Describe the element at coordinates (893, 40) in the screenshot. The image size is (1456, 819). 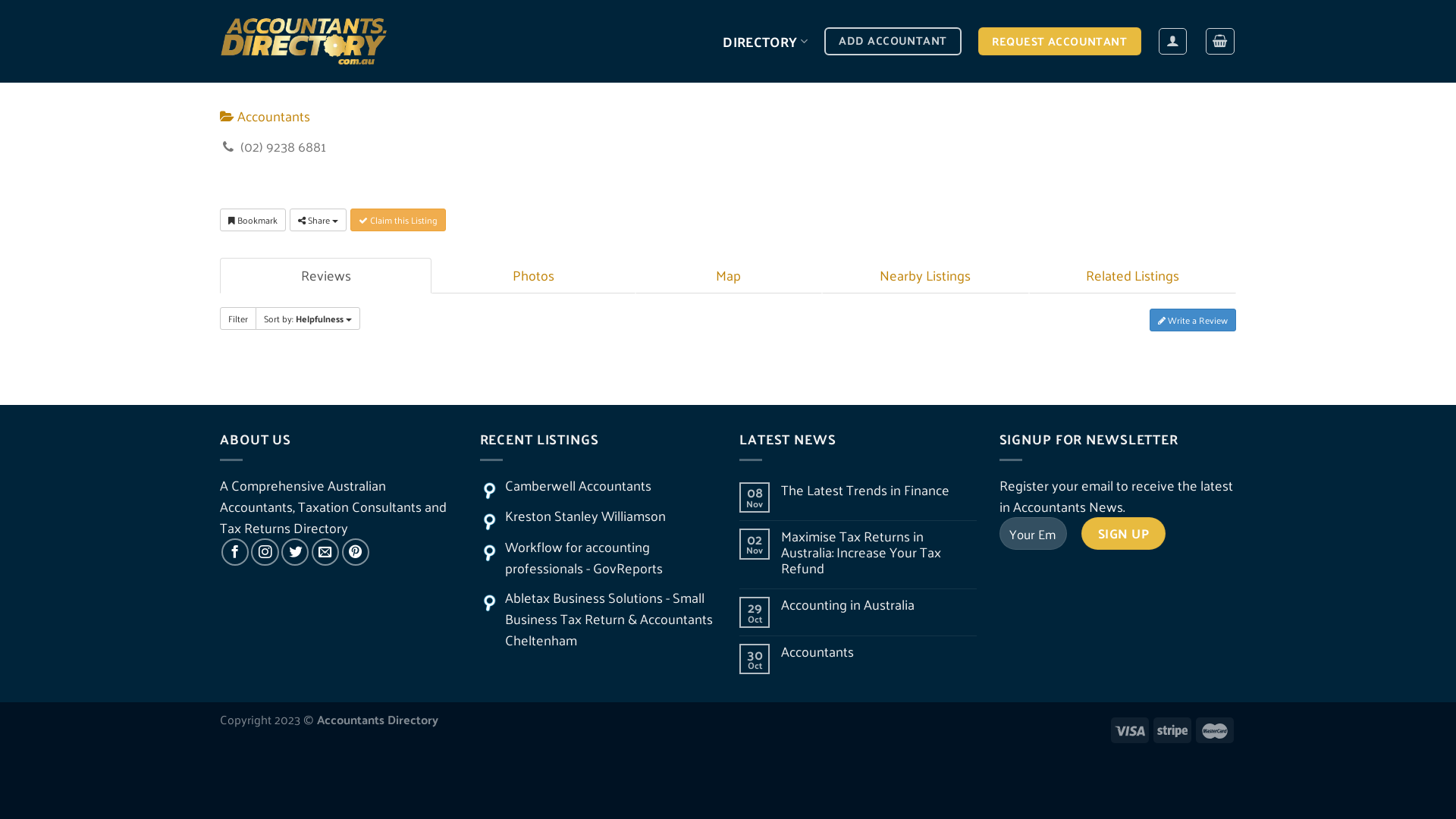
I see `'ADD ACCOUNTANT'` at that location.